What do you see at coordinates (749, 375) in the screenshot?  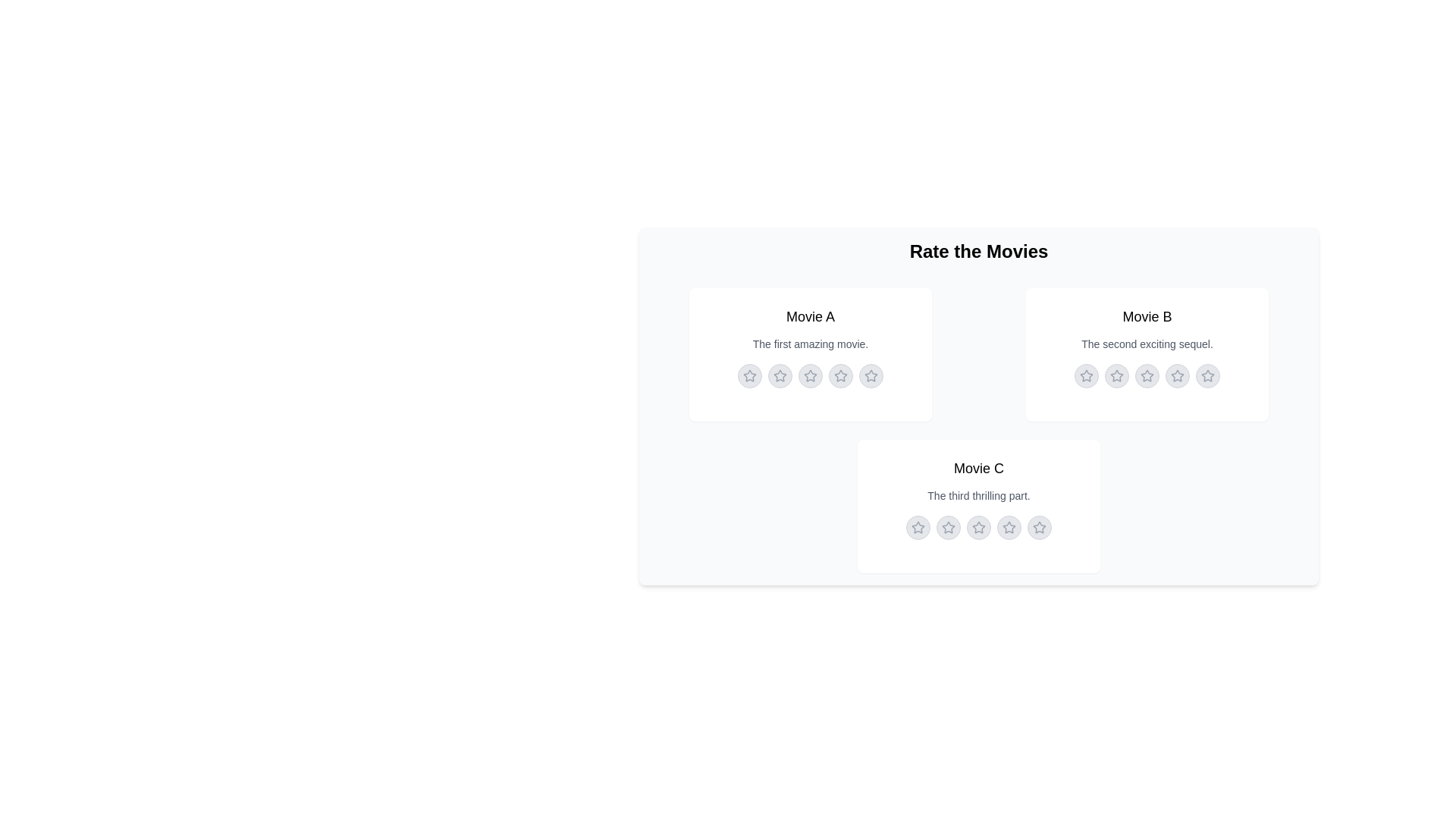 I see `the first Rating button in the horizontal row below 'Movie A' to give a rating` at bounding box center [749, 375].